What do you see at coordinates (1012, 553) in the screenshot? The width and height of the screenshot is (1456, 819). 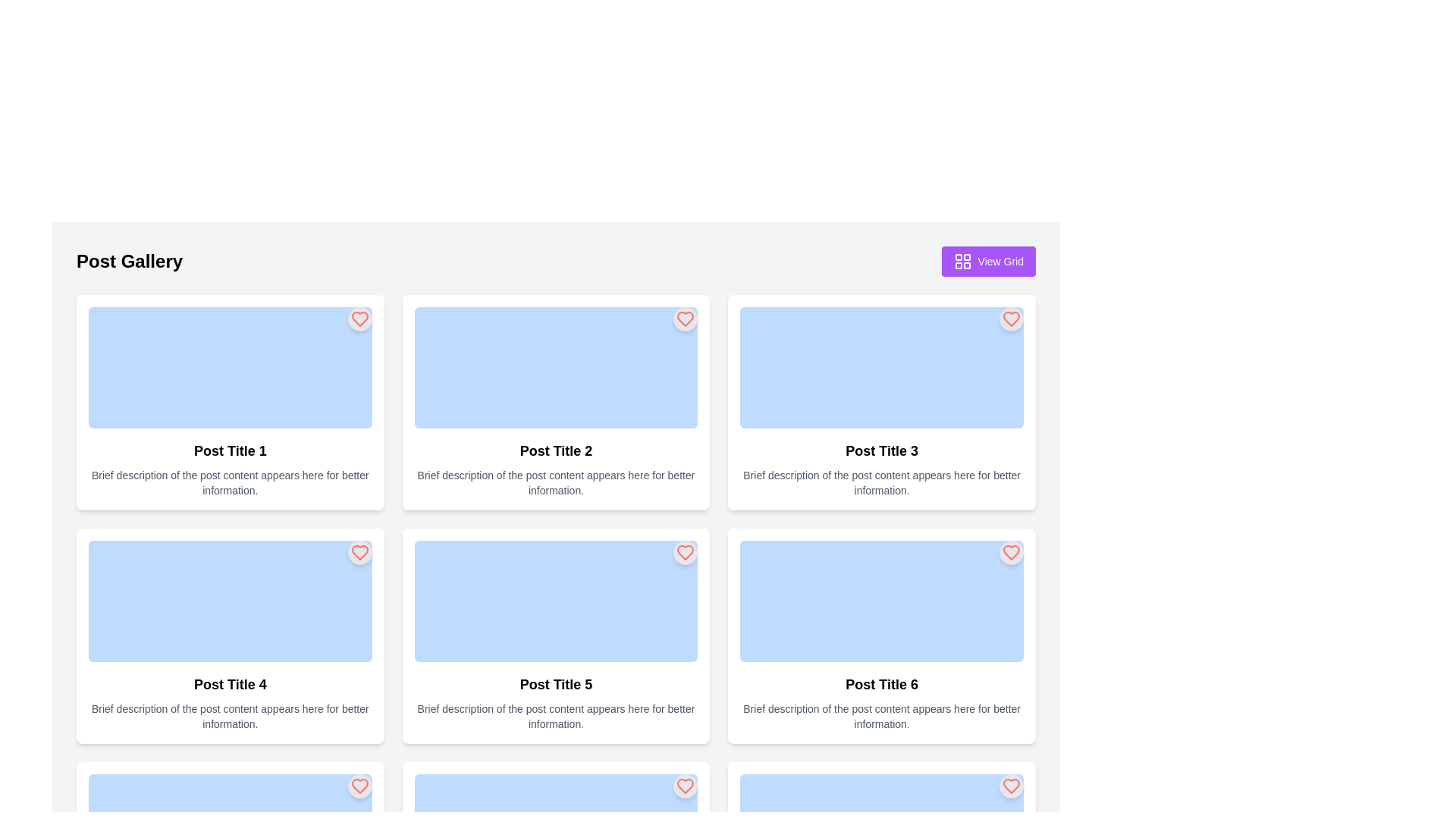 I see `the heart icon in the top-right corner of the card labeled 'Post Title 6' to mark the post as liked` at bounding box center [1012, 553].